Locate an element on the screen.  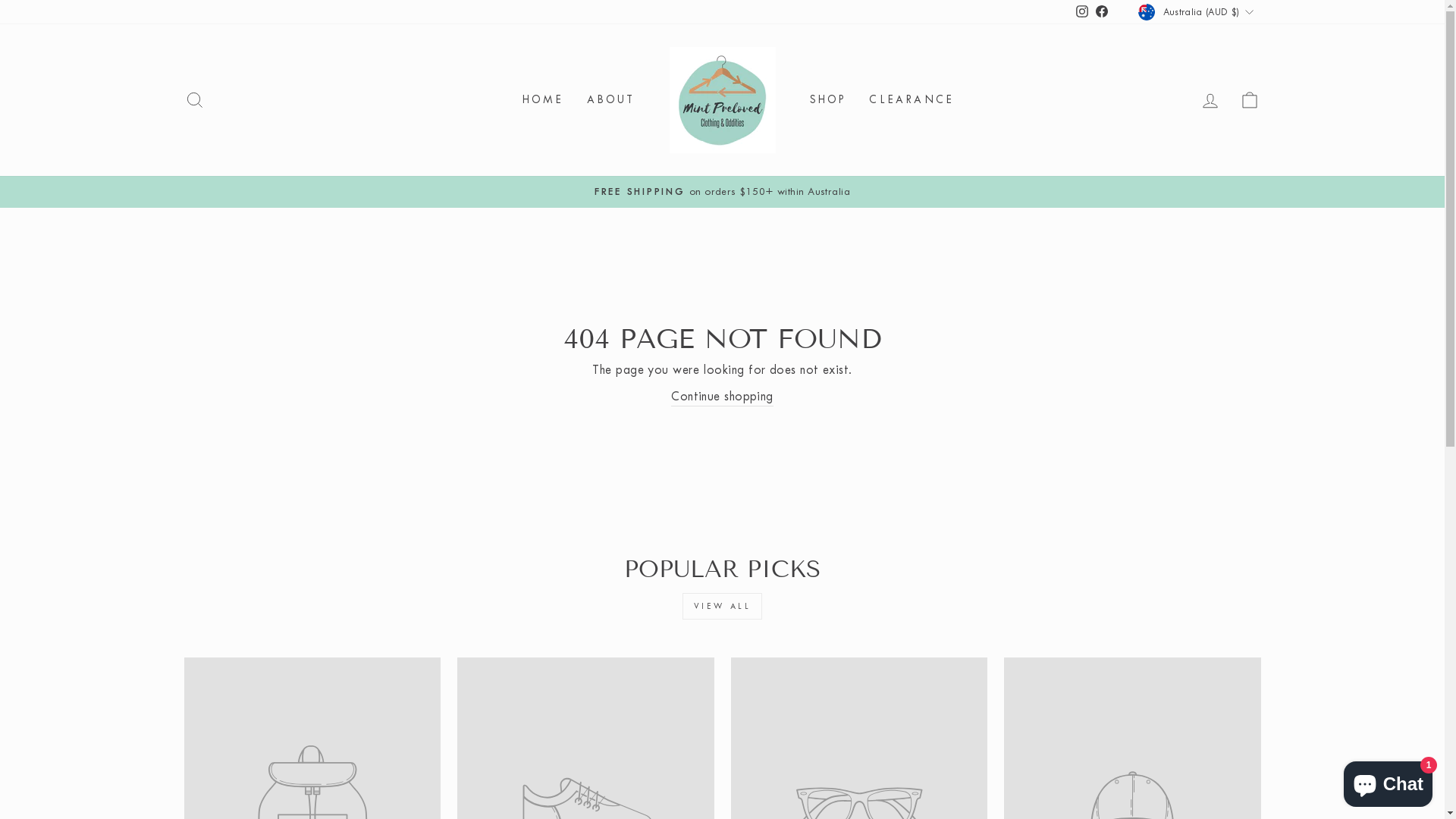
'Instagram' is located at coordinates (1081, 11).